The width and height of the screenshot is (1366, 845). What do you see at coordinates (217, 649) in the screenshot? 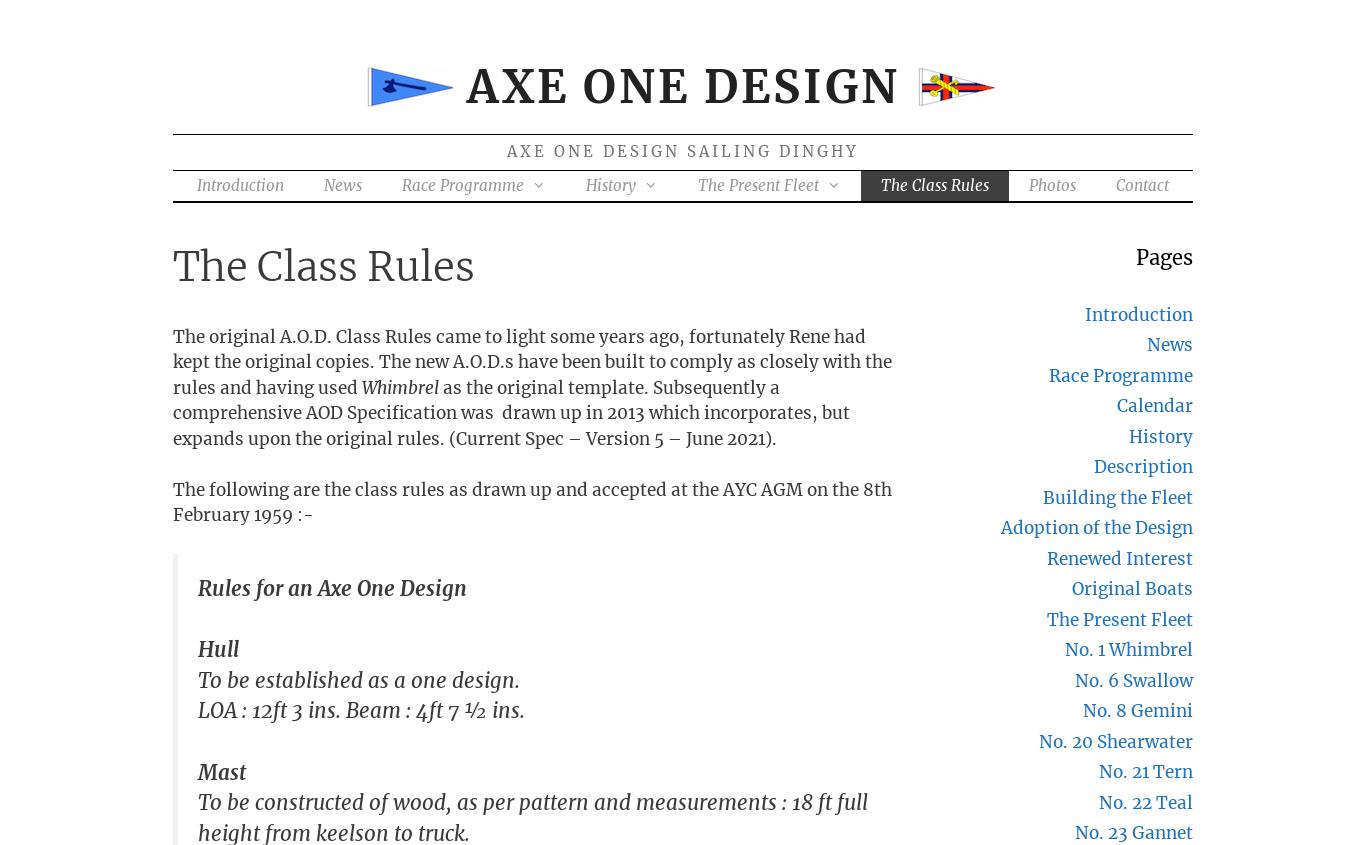
I see `'Hull'` at bounding box center [217, 649].